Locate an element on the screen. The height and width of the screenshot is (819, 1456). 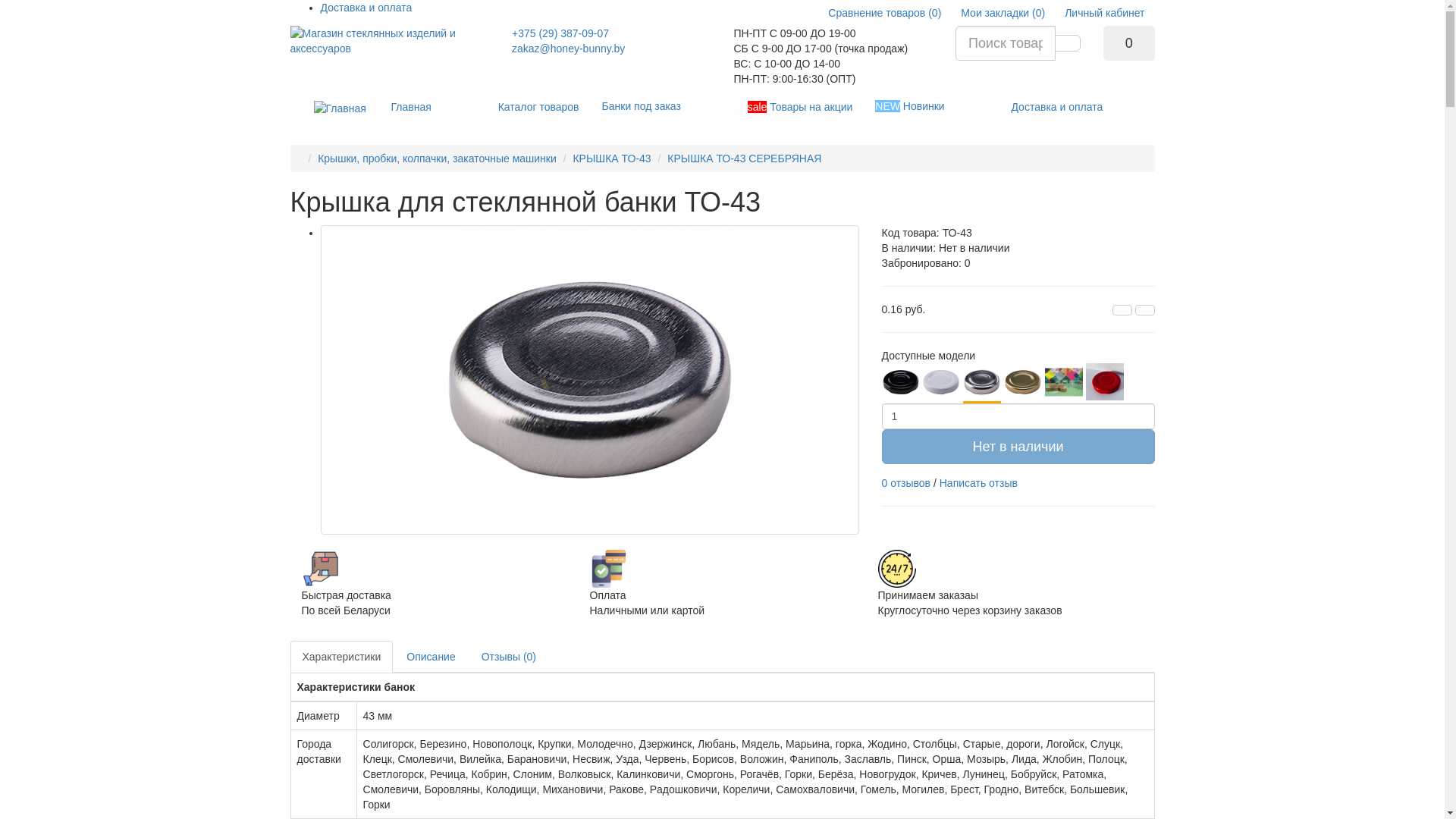
'Sale' is located at coordinates (896, 568).